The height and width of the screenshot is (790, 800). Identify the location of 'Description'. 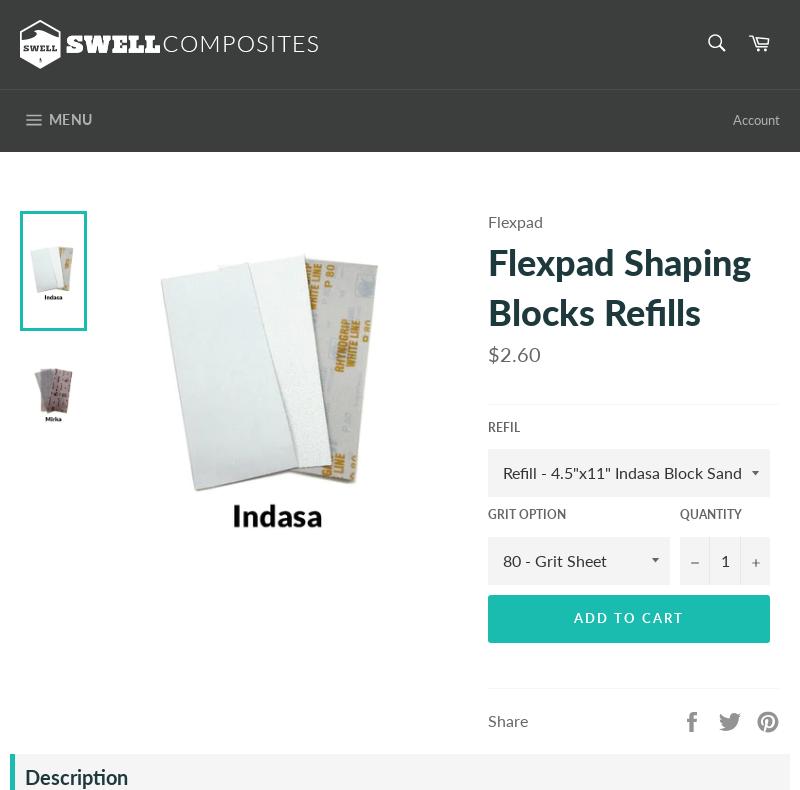
(76, 776).